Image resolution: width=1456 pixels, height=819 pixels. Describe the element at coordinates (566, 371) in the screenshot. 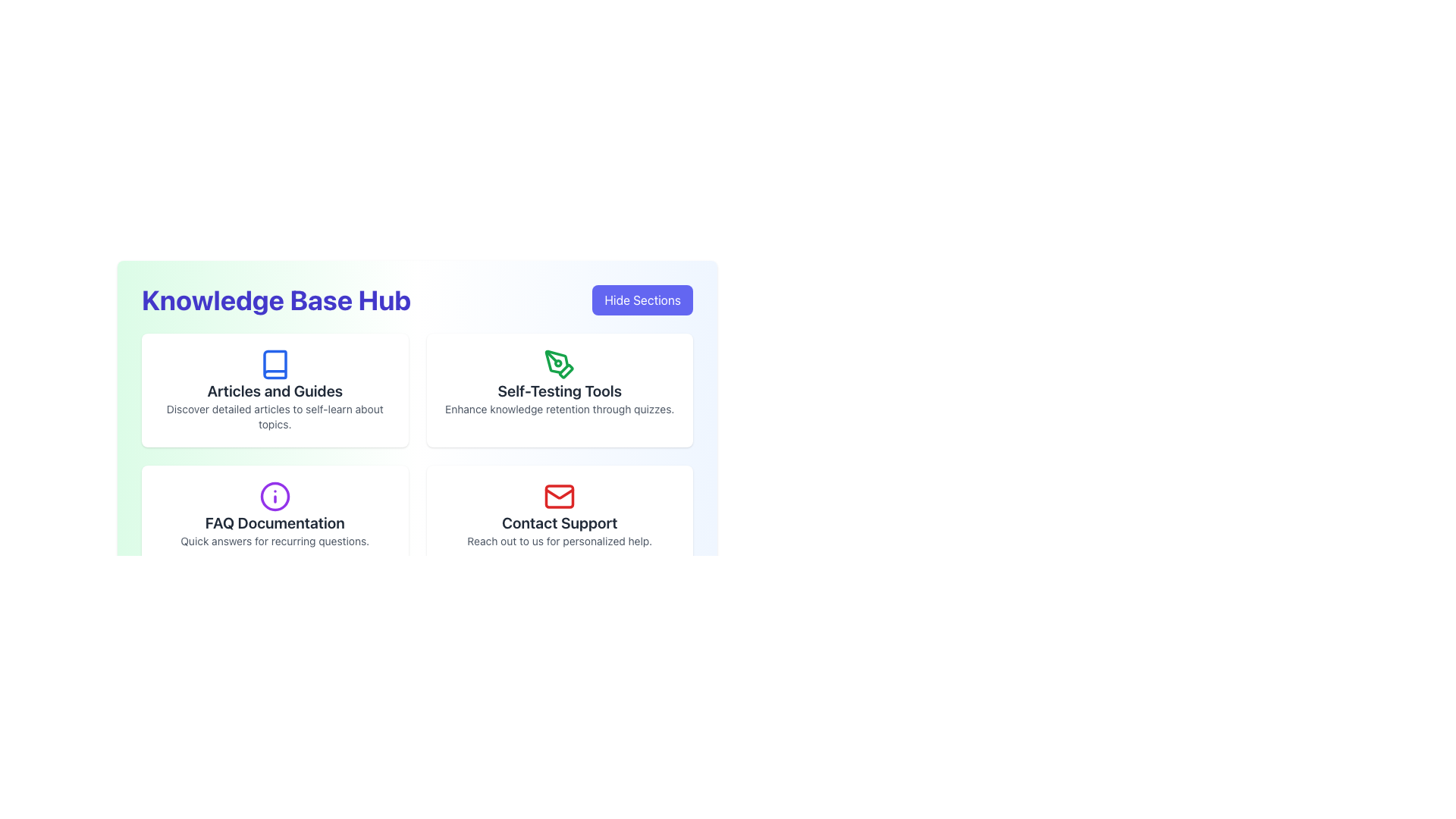

I see `the inner tip of the green pen tool icon, which is a decorative diamond-shaped element located in the 'Self-Testing Tools' section of the main dashboard interface` at that location.